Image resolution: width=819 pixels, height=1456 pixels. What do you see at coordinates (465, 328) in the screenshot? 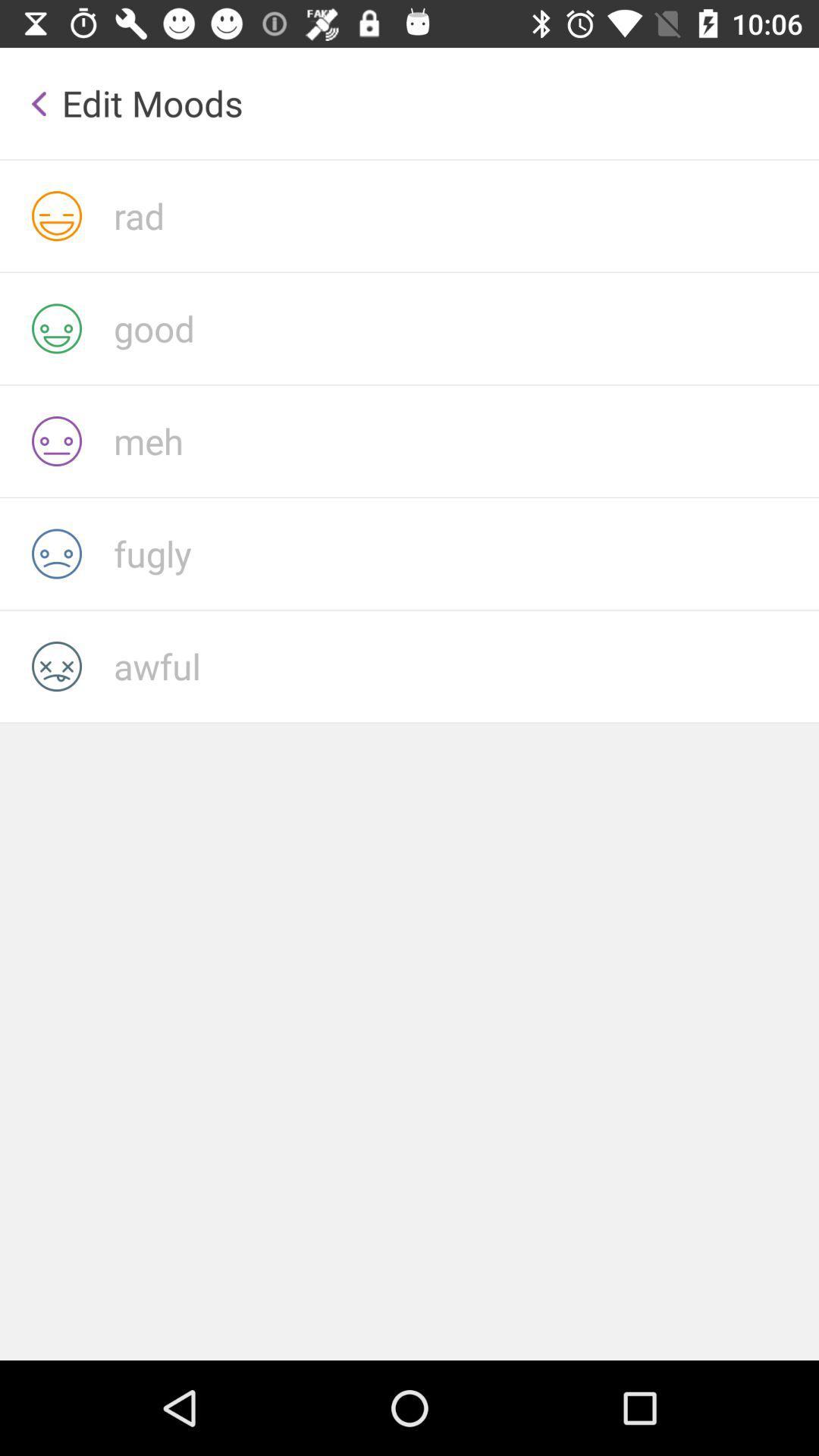
I see `mood` at bounding box center [465, 328].